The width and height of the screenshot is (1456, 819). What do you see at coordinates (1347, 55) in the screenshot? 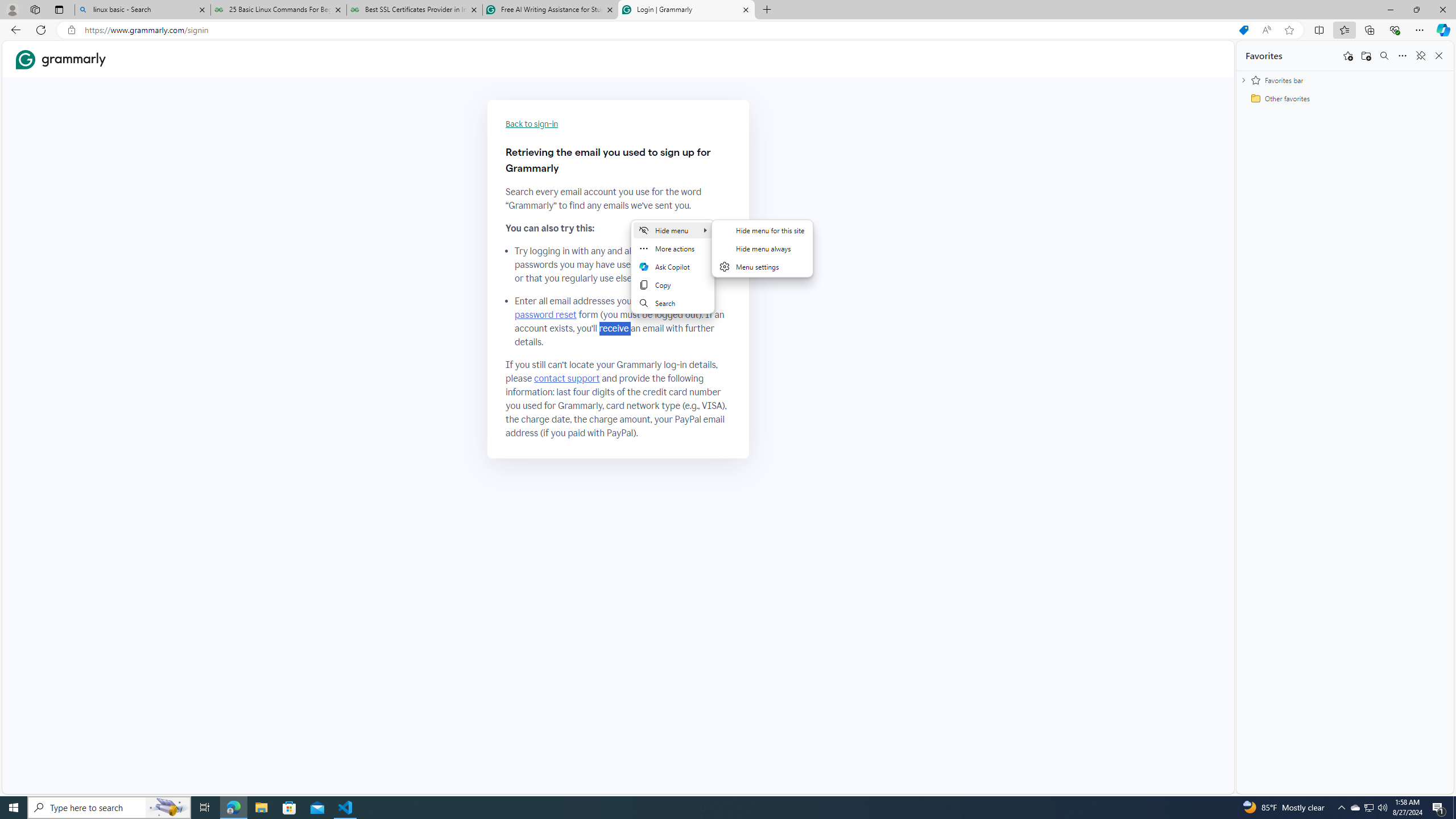
I see `'Add this page to favorites'` at bounding box center [1347, 55].